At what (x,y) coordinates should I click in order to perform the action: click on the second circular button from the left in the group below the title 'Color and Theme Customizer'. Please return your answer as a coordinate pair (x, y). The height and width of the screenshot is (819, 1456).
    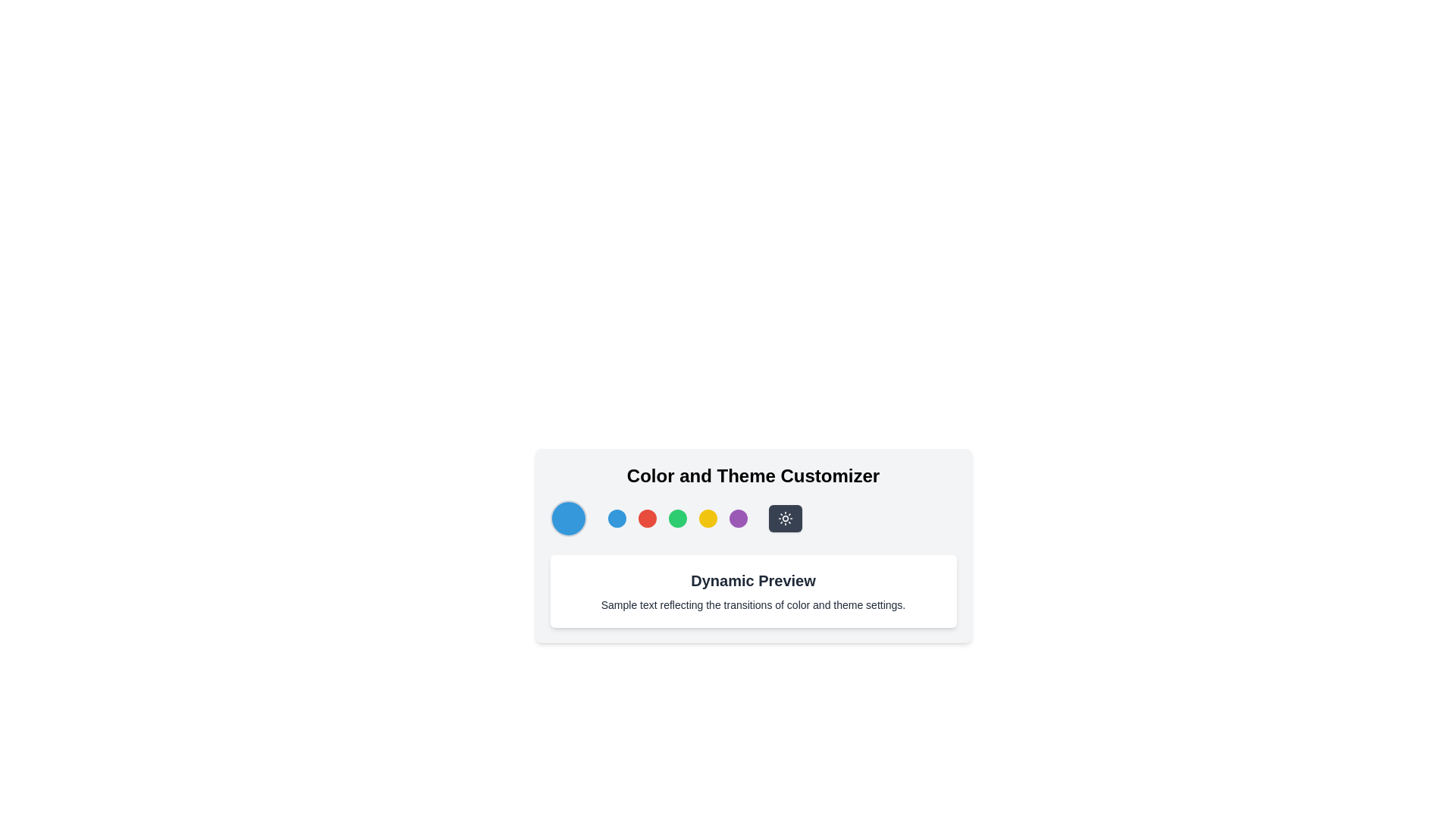
    Looking at the image, I should click on (647, 517).